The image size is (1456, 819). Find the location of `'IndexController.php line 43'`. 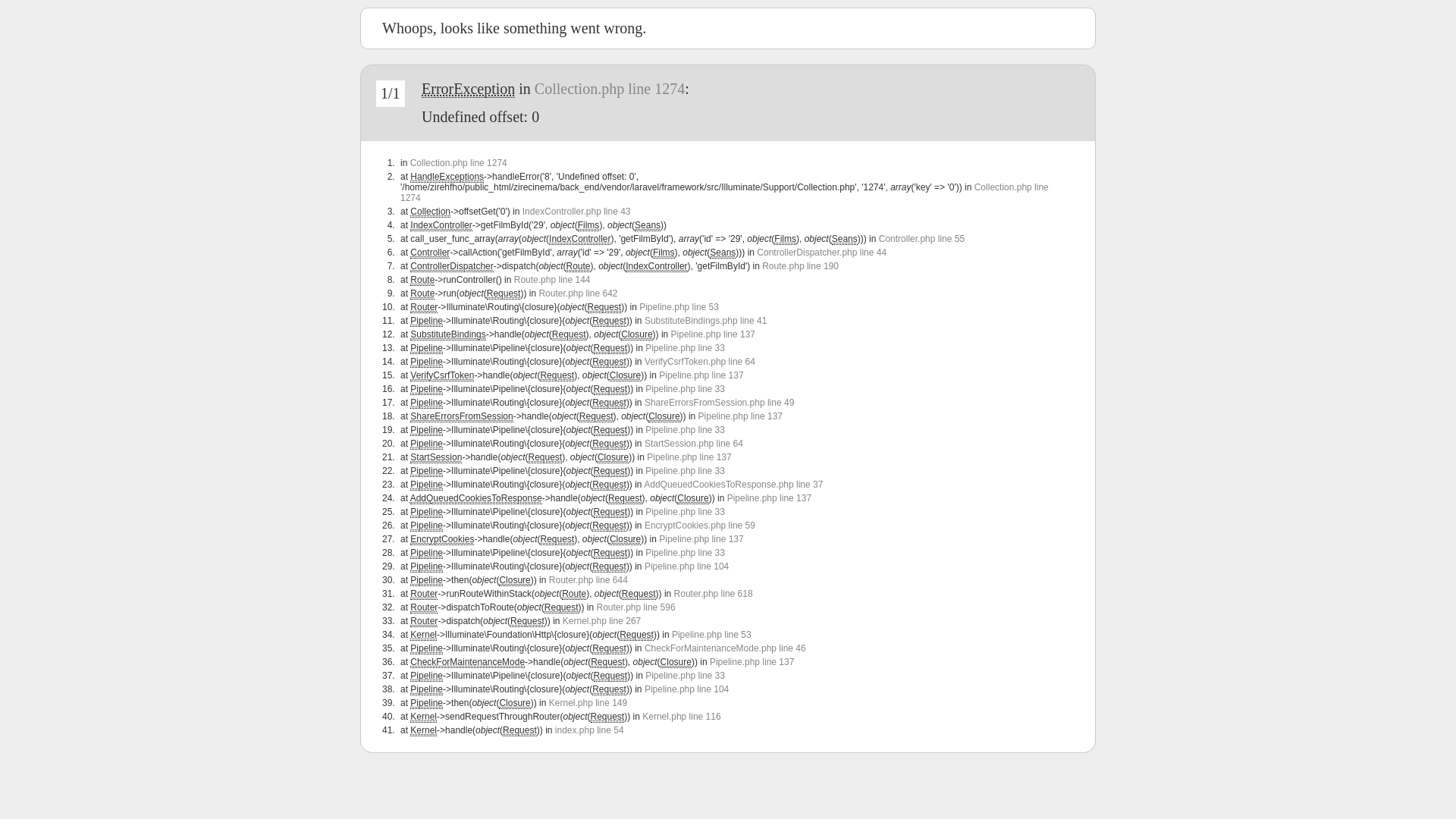

'IndexController.php line 43' is located at coordinates (576, 211).